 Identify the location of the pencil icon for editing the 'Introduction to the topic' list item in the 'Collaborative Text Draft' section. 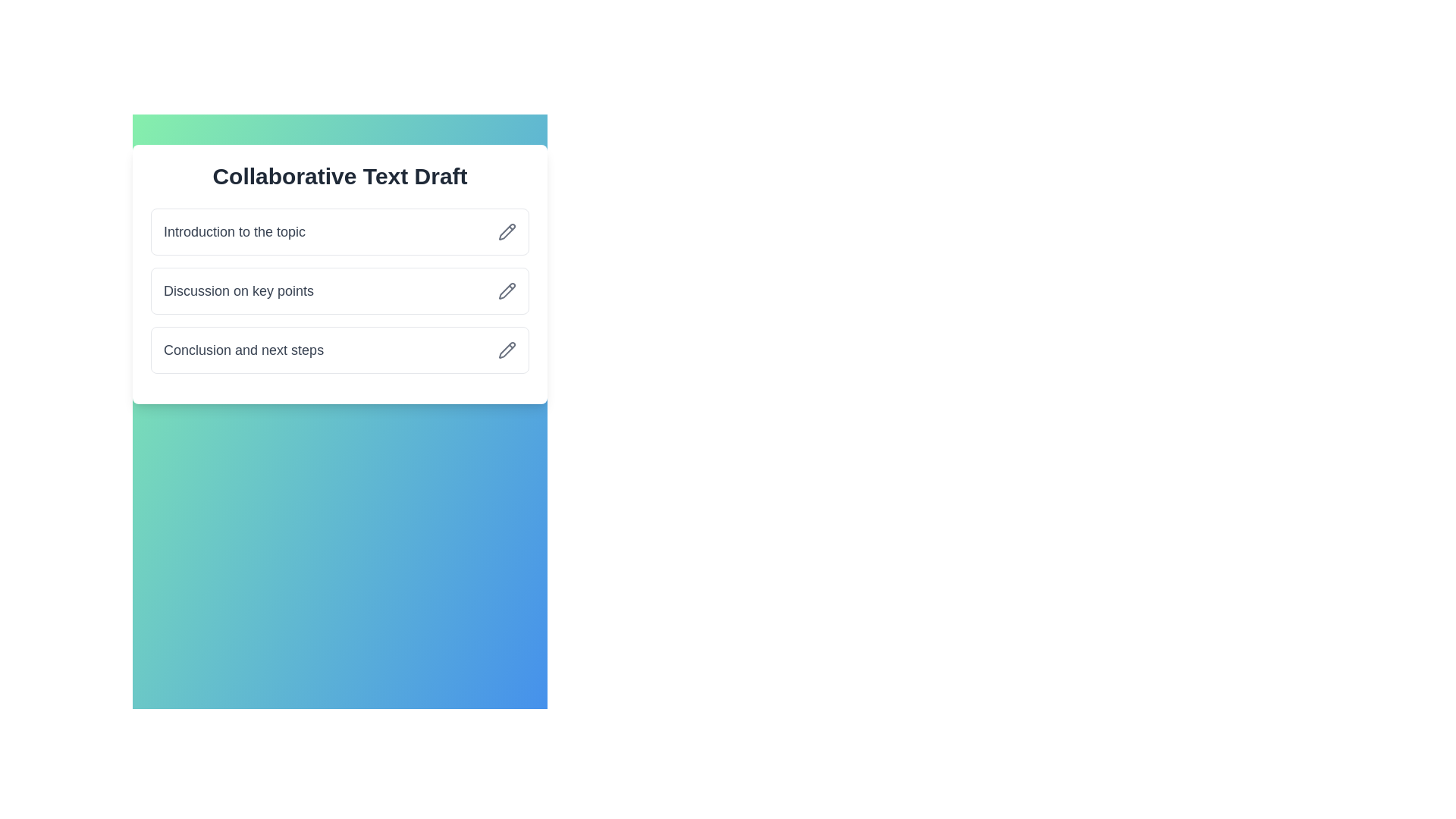
(507, 231).